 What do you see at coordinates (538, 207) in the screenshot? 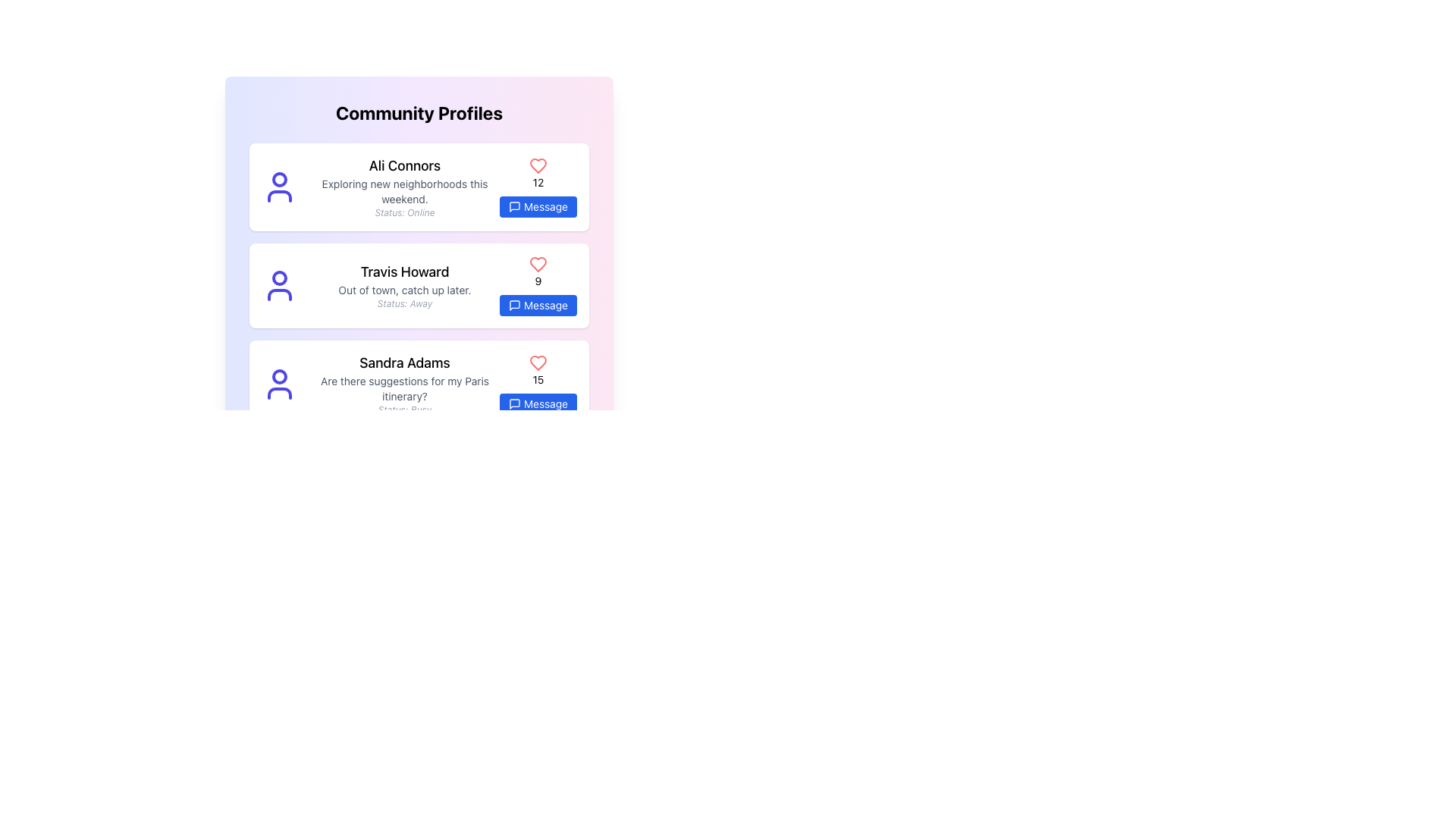
I see `the 'Message' button located at the bottom right corner of the profile card for user Ali Connors, which initiates a messaging interaction` at bounding box center [538, 207].